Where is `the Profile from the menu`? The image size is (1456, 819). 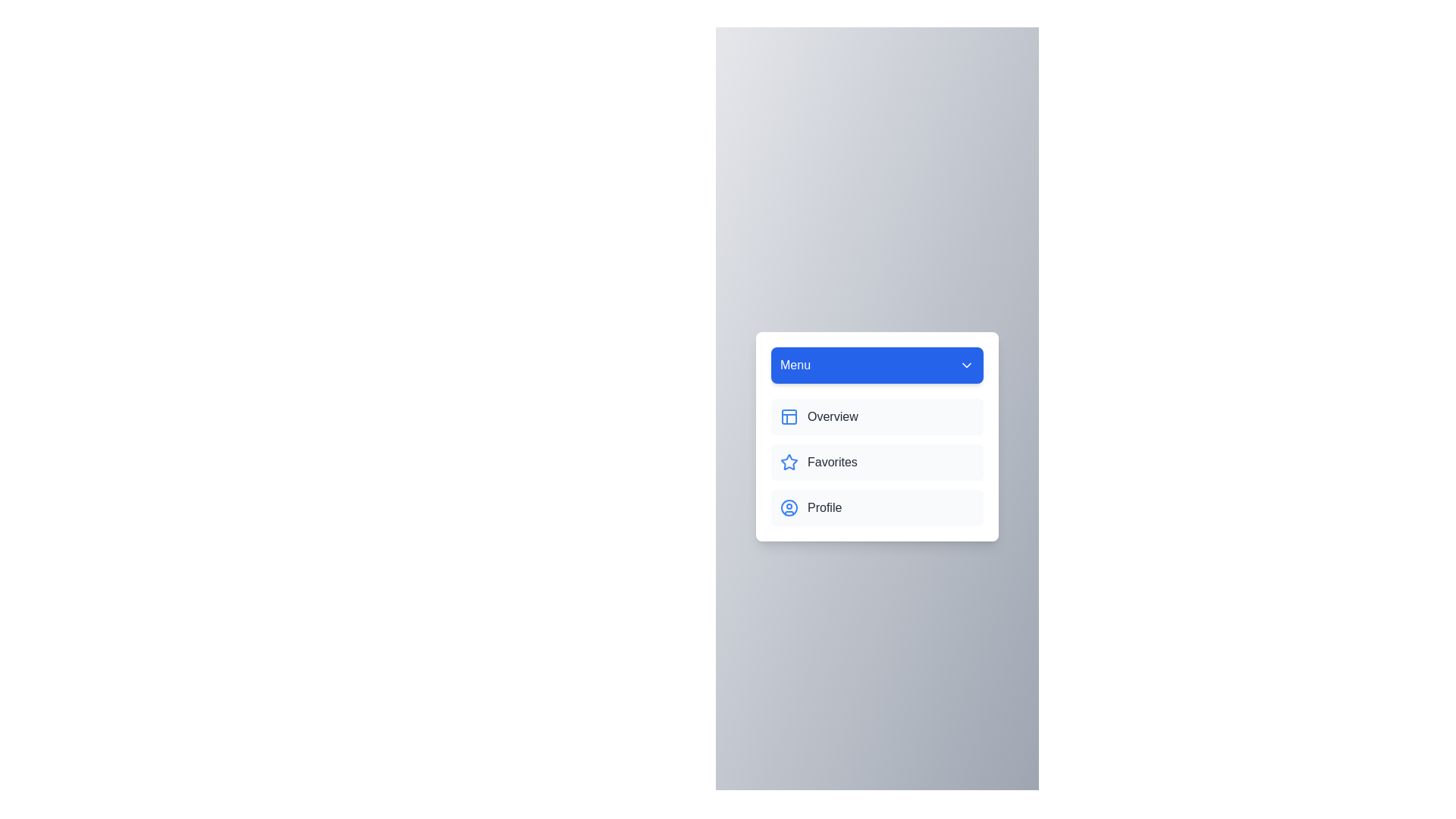 the Profile from the menu is located at coordinates (877, 508).